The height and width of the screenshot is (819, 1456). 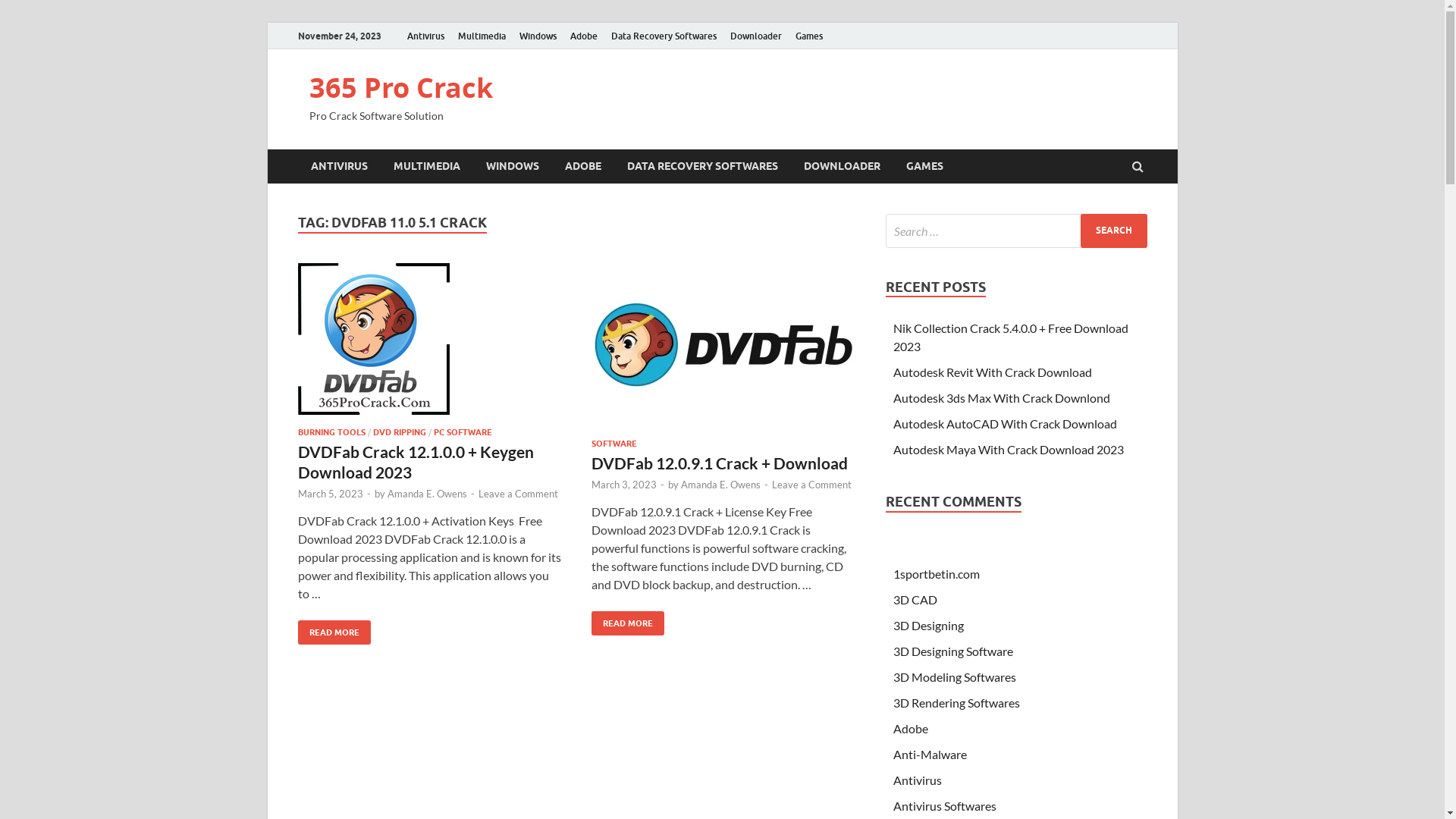 I want to click on 'Antivirus', so click(x=425, y=35).